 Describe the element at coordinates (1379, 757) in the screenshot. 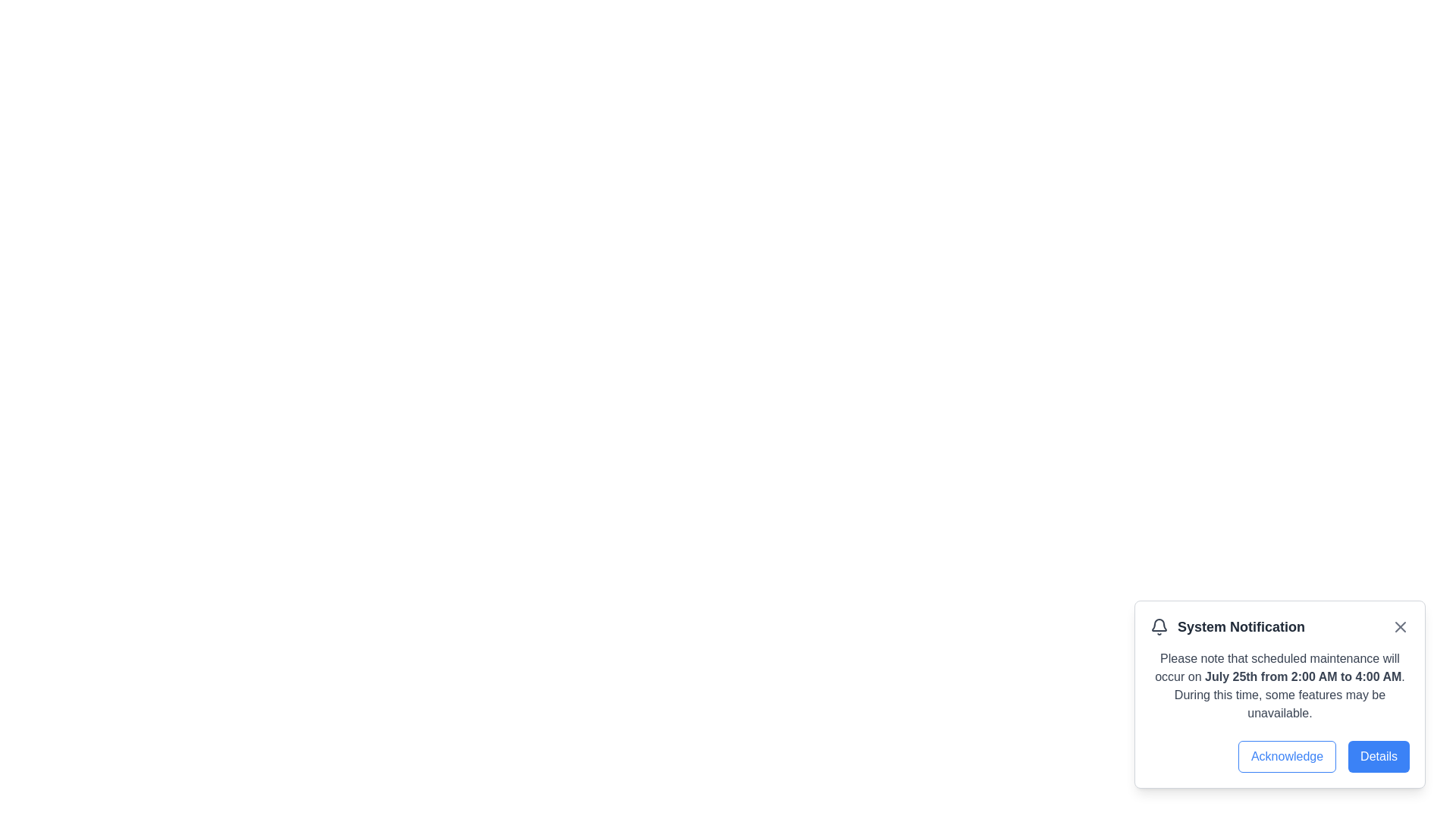

I see `the second button located at the bottom right of the modal window, immediately to the right of the 'Acknowledge' button` at that location.